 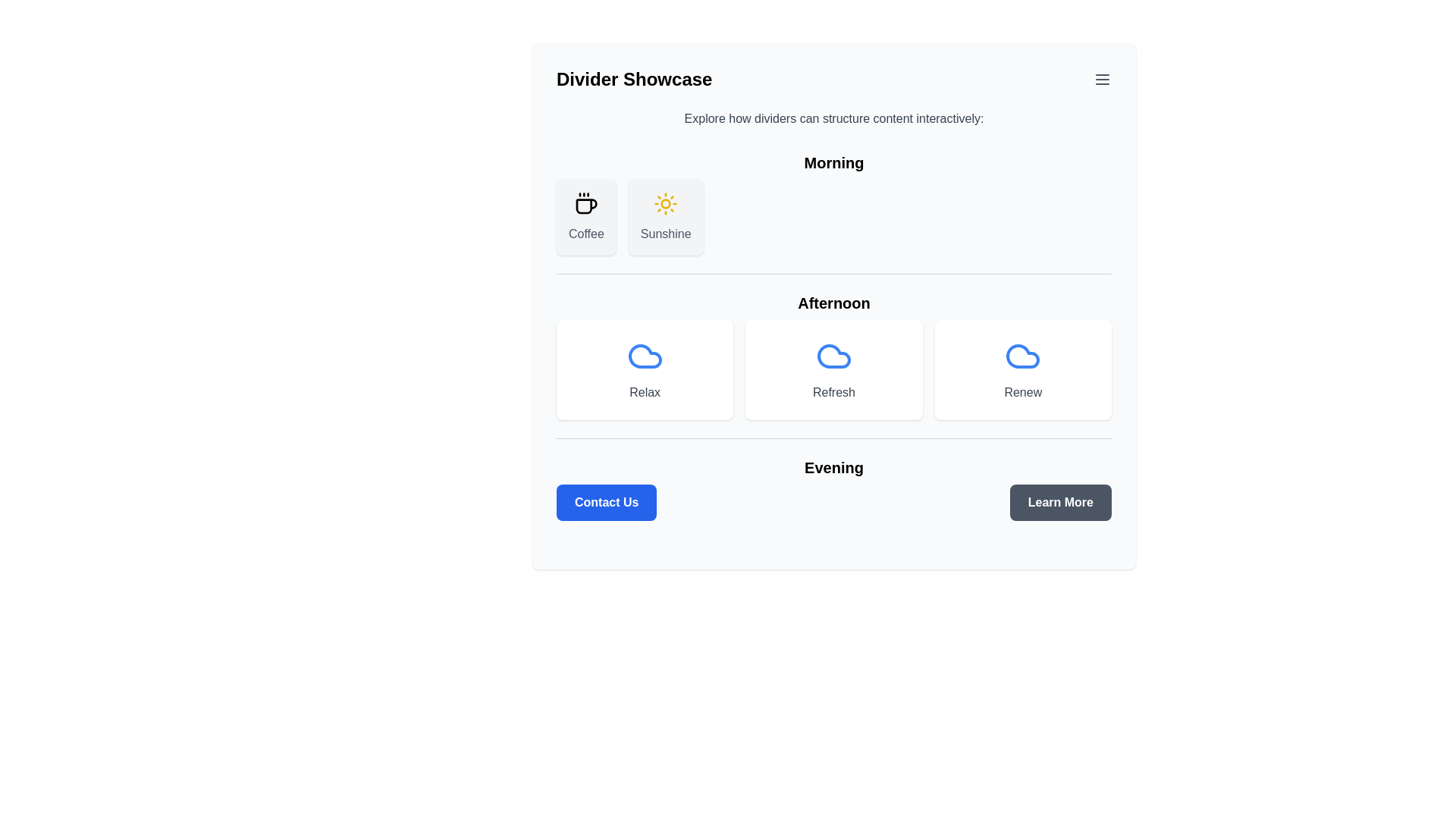 What do you see at coordinates (585, 203) in the screenshot?
I see `the 'Coffee' icon located in the 'Morning' section of the interface, positioned to the left of the 'Sunshine' icon` at bounding box center [585, 203].